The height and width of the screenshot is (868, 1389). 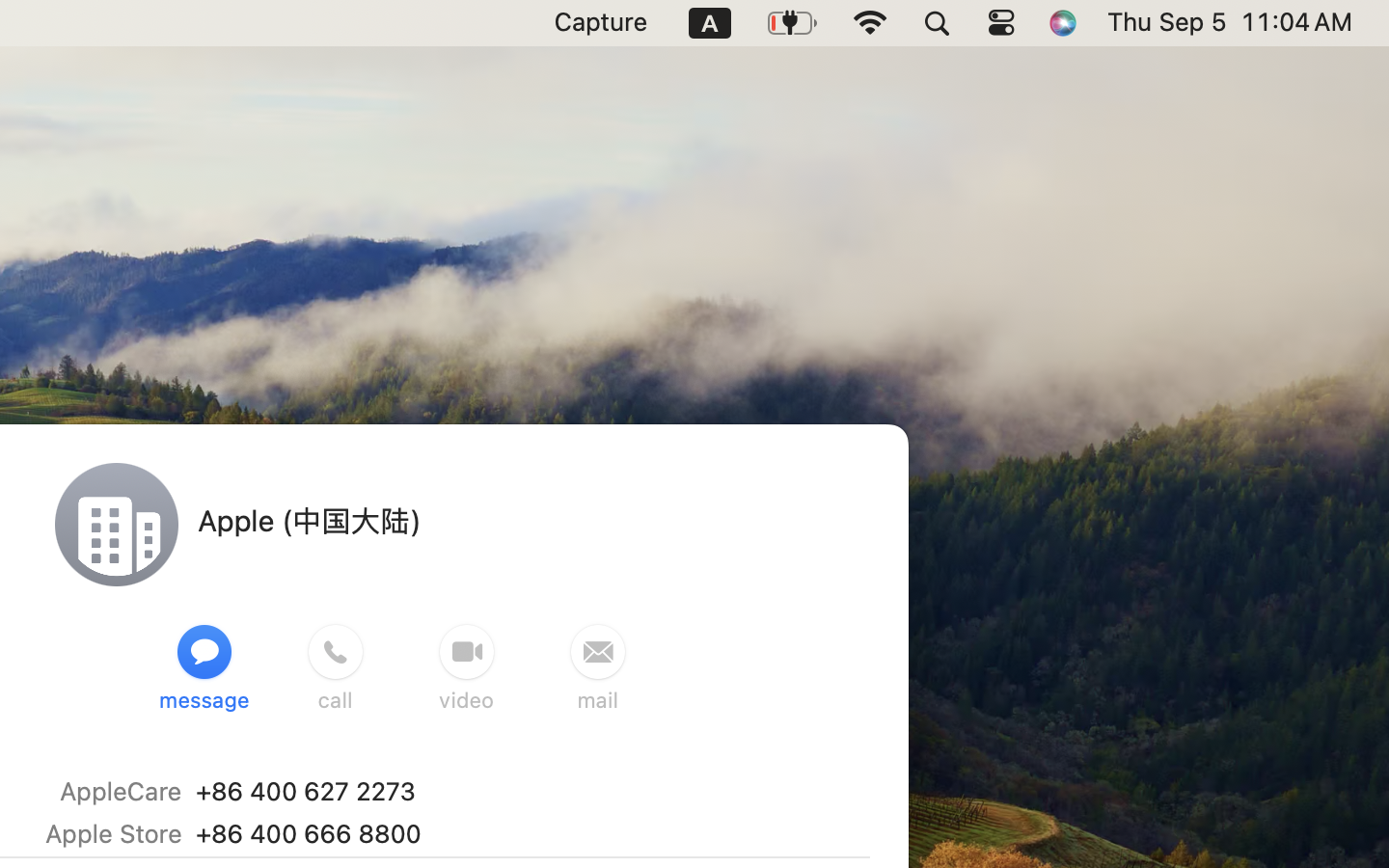 I want to click on '‭+86 400 666 8800‬', so click(x=307, y=833).